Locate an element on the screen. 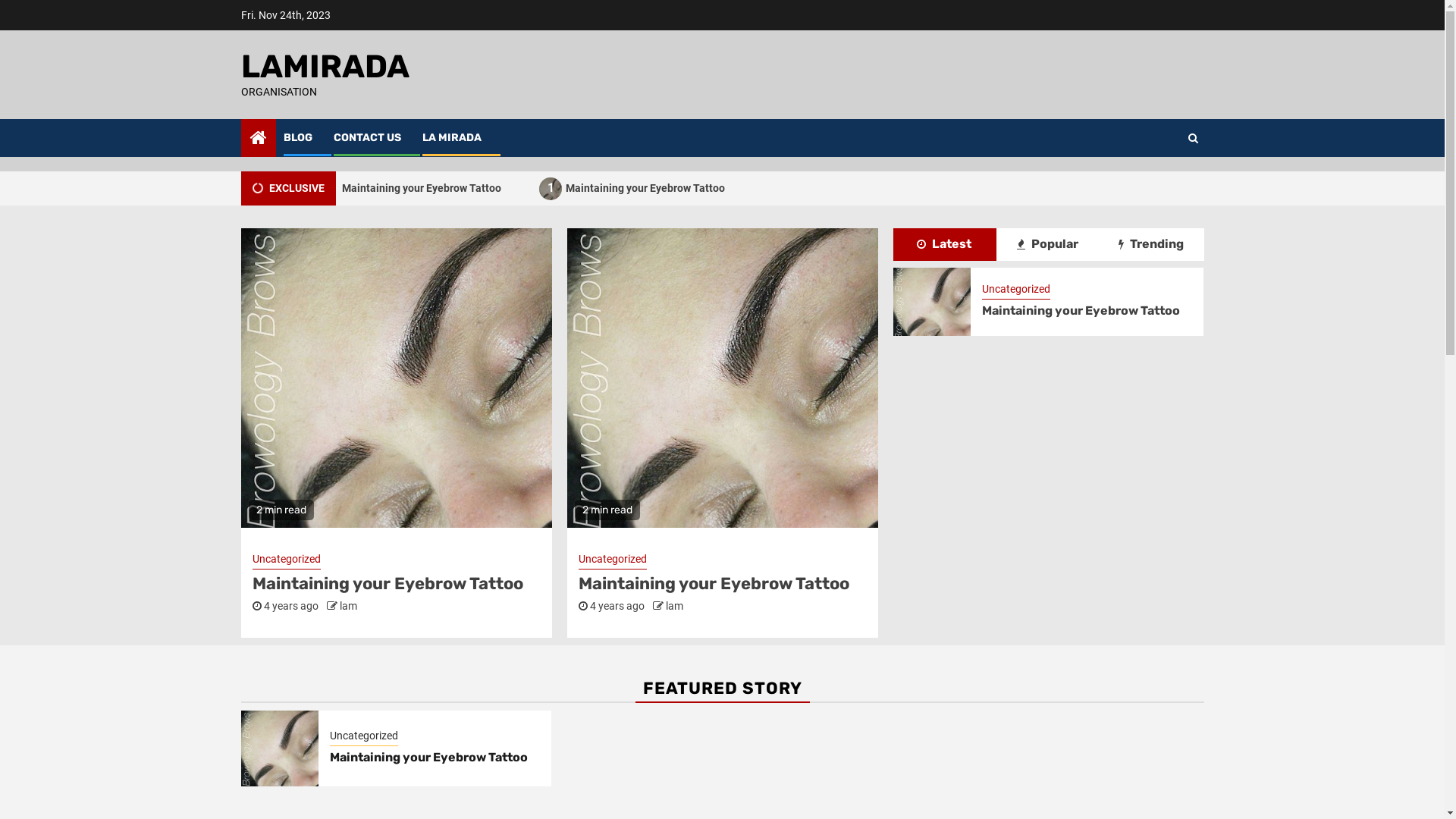  'Maintaining your Eyebrow Tattoo' is located at coordinates (387, 582).